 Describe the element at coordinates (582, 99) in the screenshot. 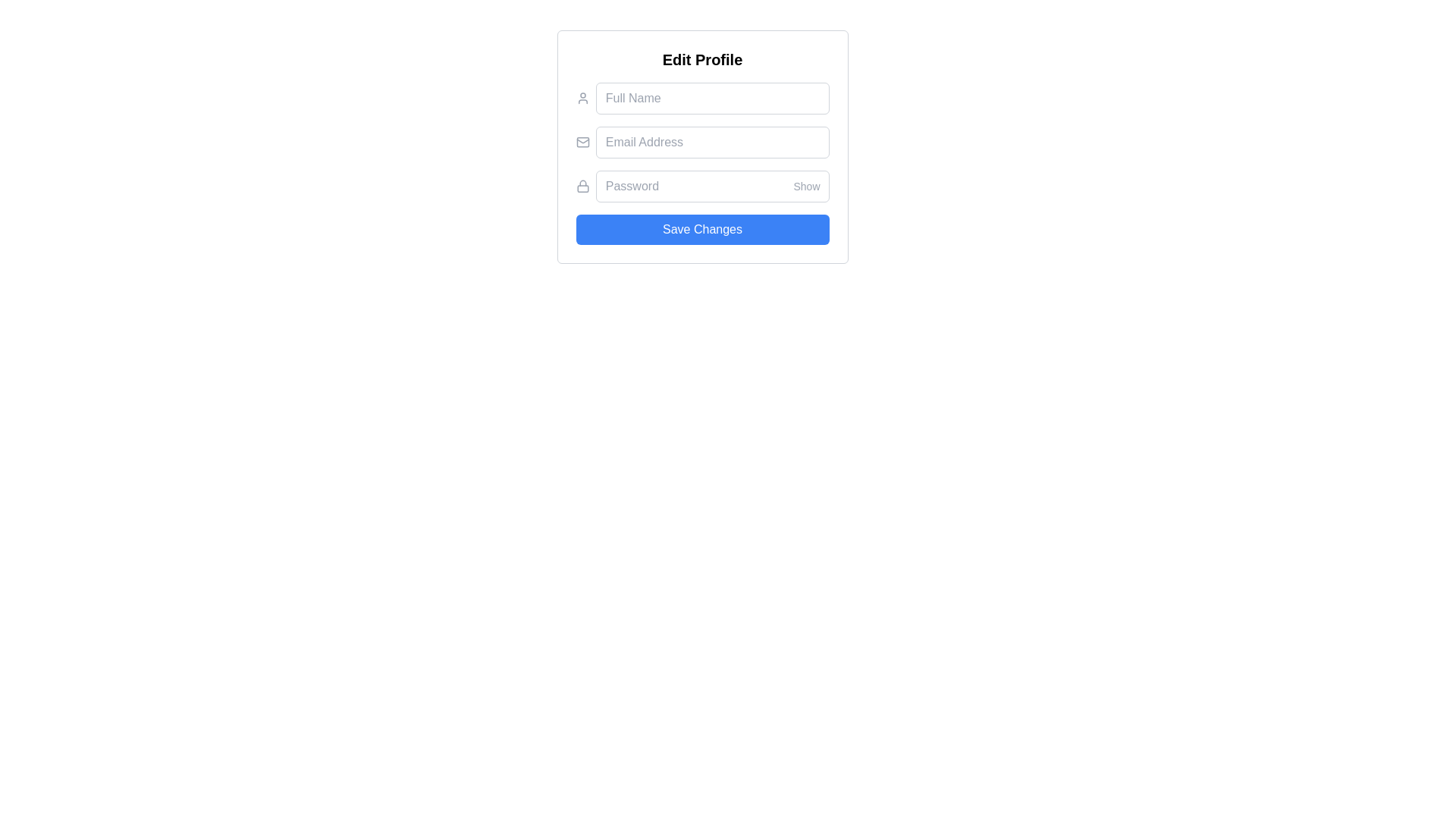

I see `the user profile icon, which is a minimalistic outline of a person's head and shoulders, located to the left of the 'Full Name' input field at the top of the form` at that location.